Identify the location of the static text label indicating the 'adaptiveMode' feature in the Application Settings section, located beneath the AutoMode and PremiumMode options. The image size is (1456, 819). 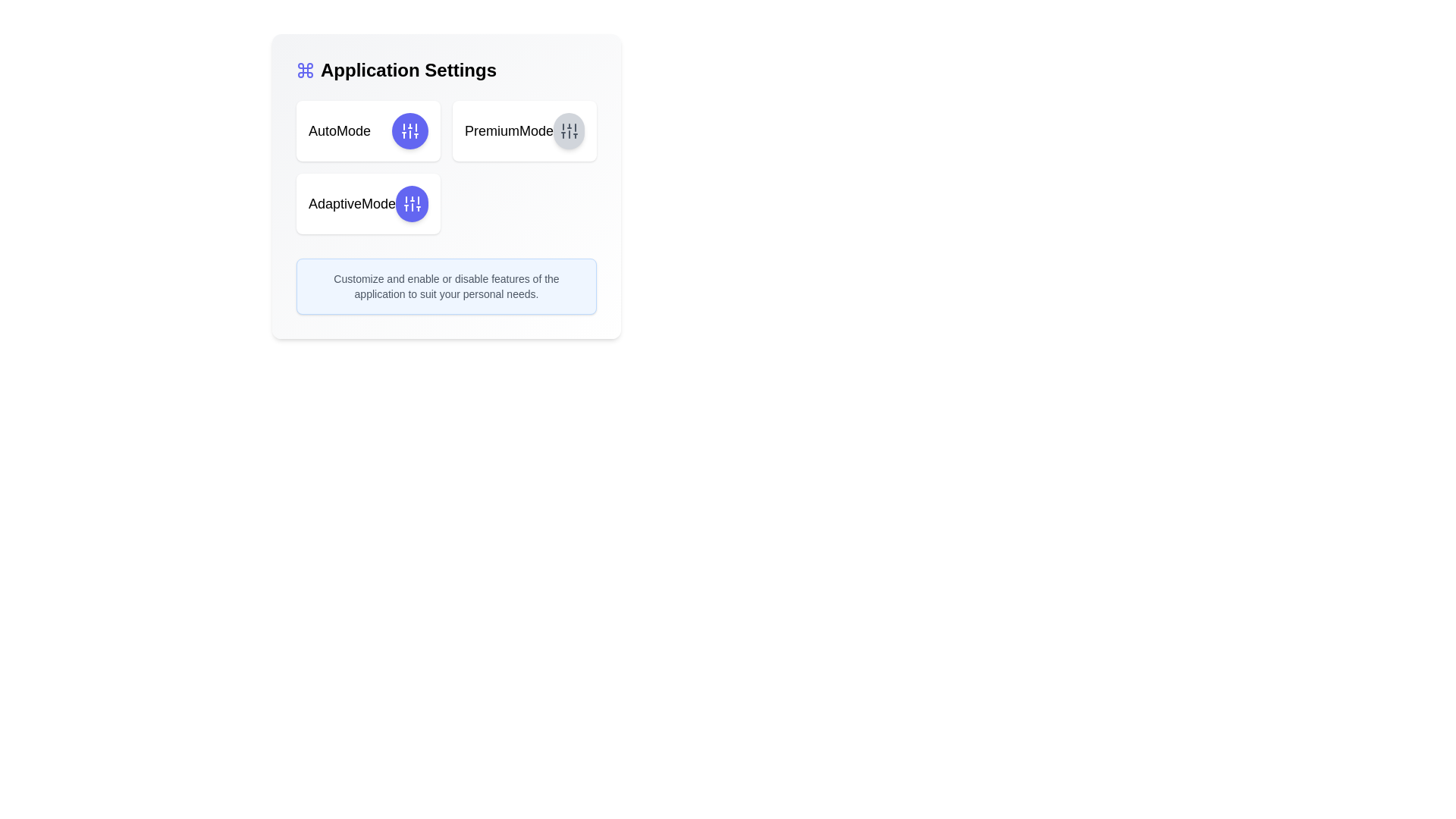
(351, 203).